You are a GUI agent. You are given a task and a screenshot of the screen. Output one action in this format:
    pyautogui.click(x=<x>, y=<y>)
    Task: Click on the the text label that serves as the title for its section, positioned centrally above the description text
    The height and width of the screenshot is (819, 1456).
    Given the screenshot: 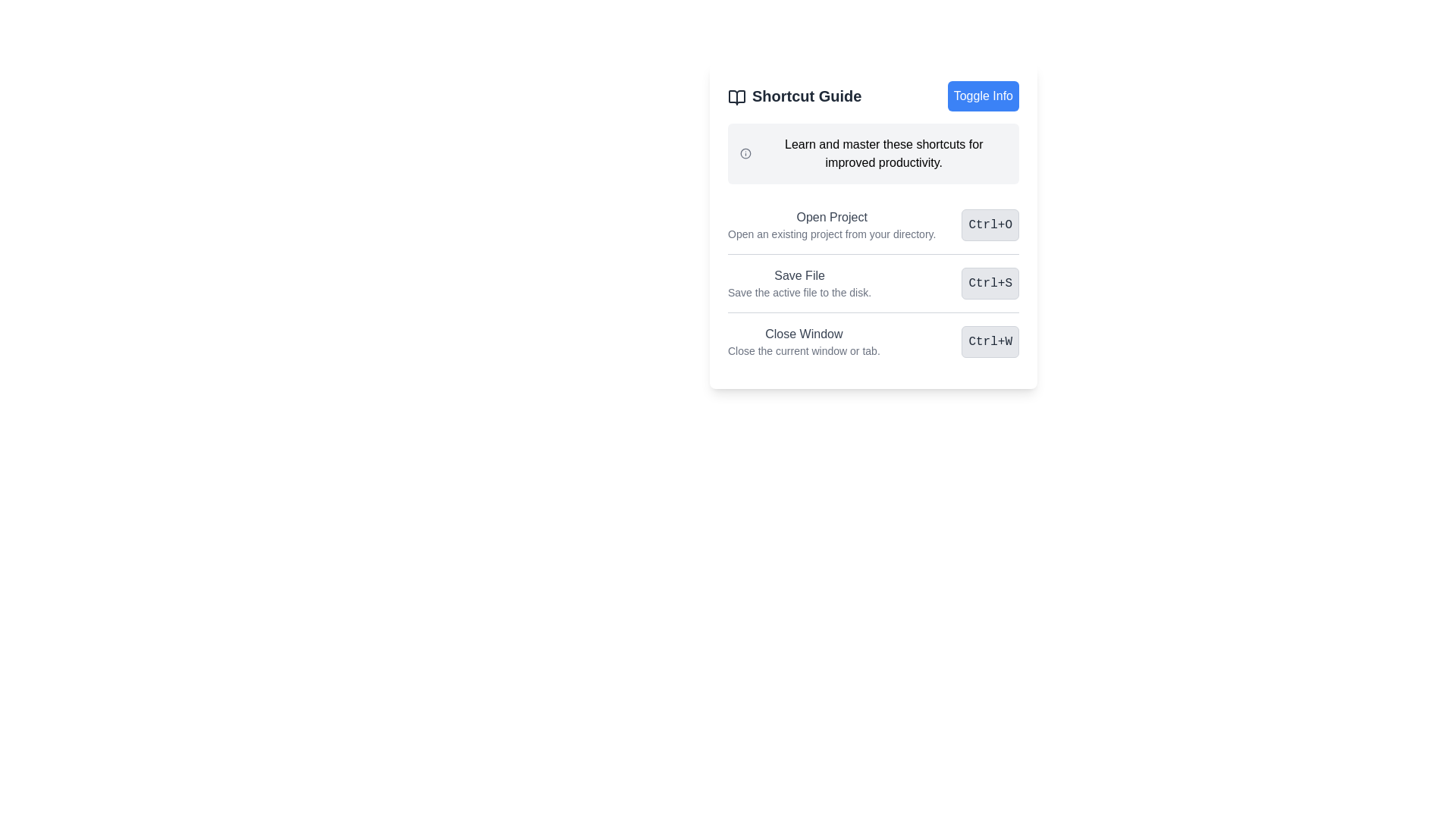 What is the action you would take?
    pyautogui.click(x=831, y=217)
    